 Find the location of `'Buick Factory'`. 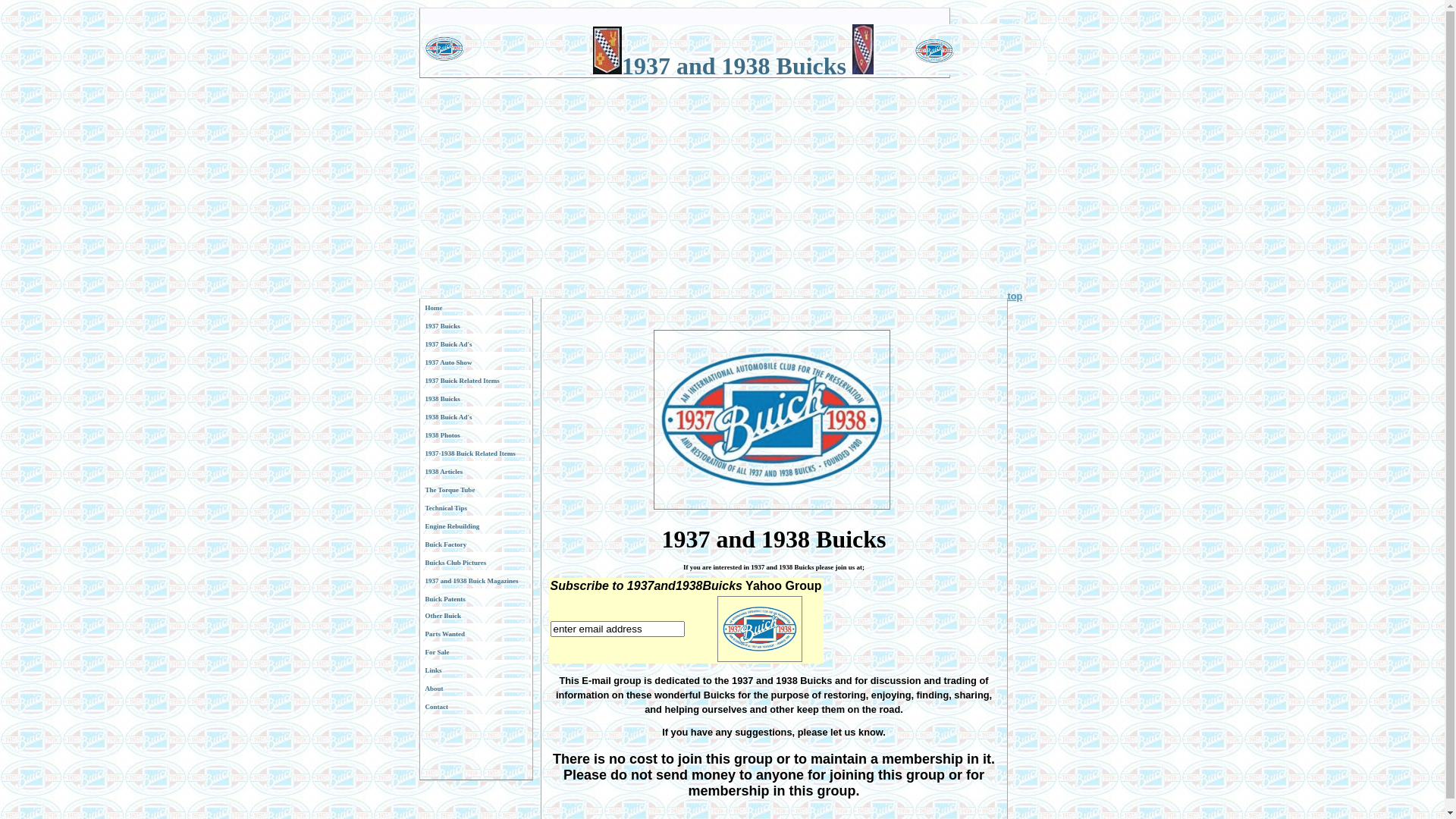

'Buick Factory' is located at coordinates (475, 543).